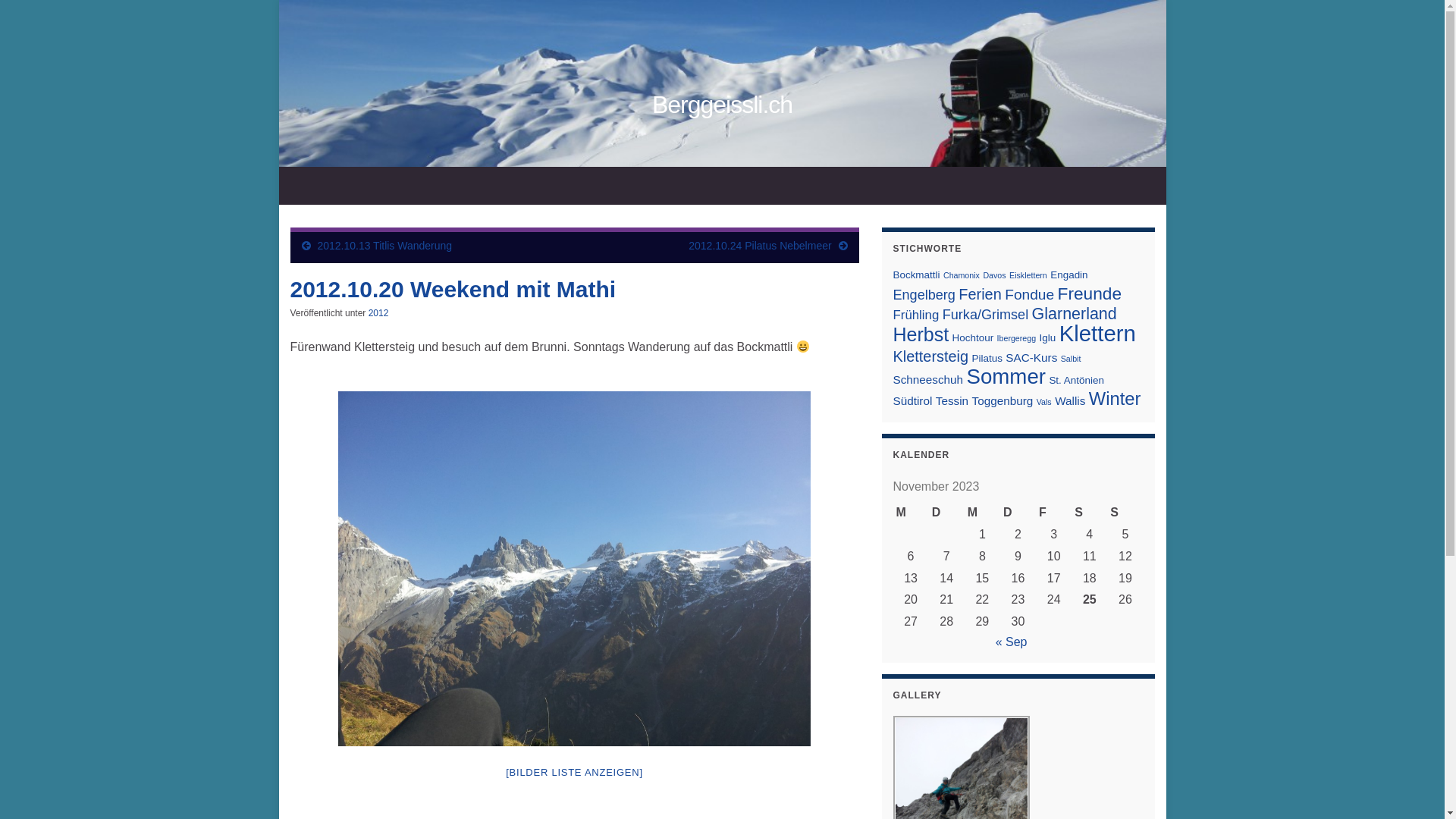 The image size is (1456, 819). I want to click on 'Glarnerland', so click(1073, 312).